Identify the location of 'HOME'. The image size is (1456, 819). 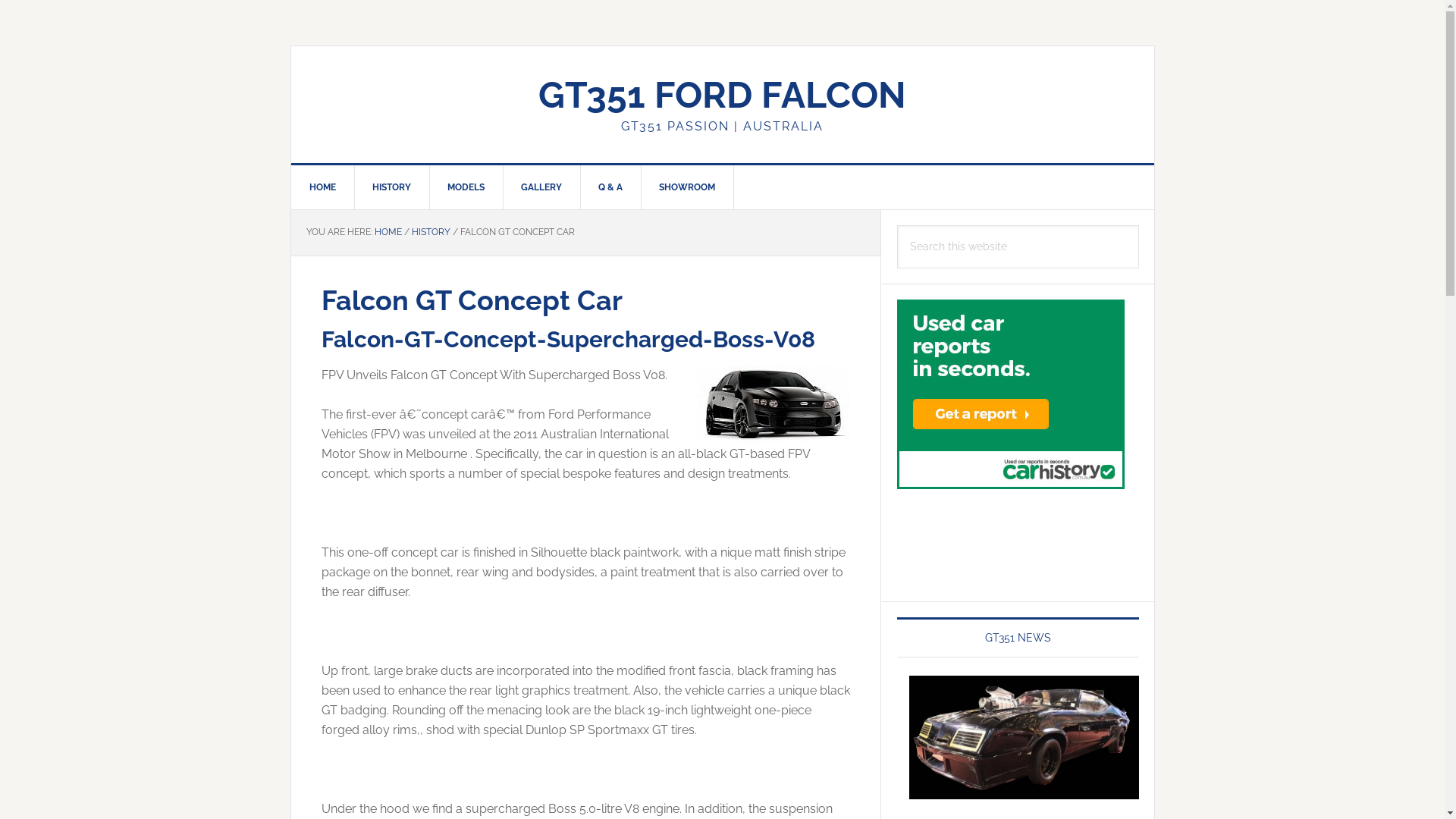
(388, 231).